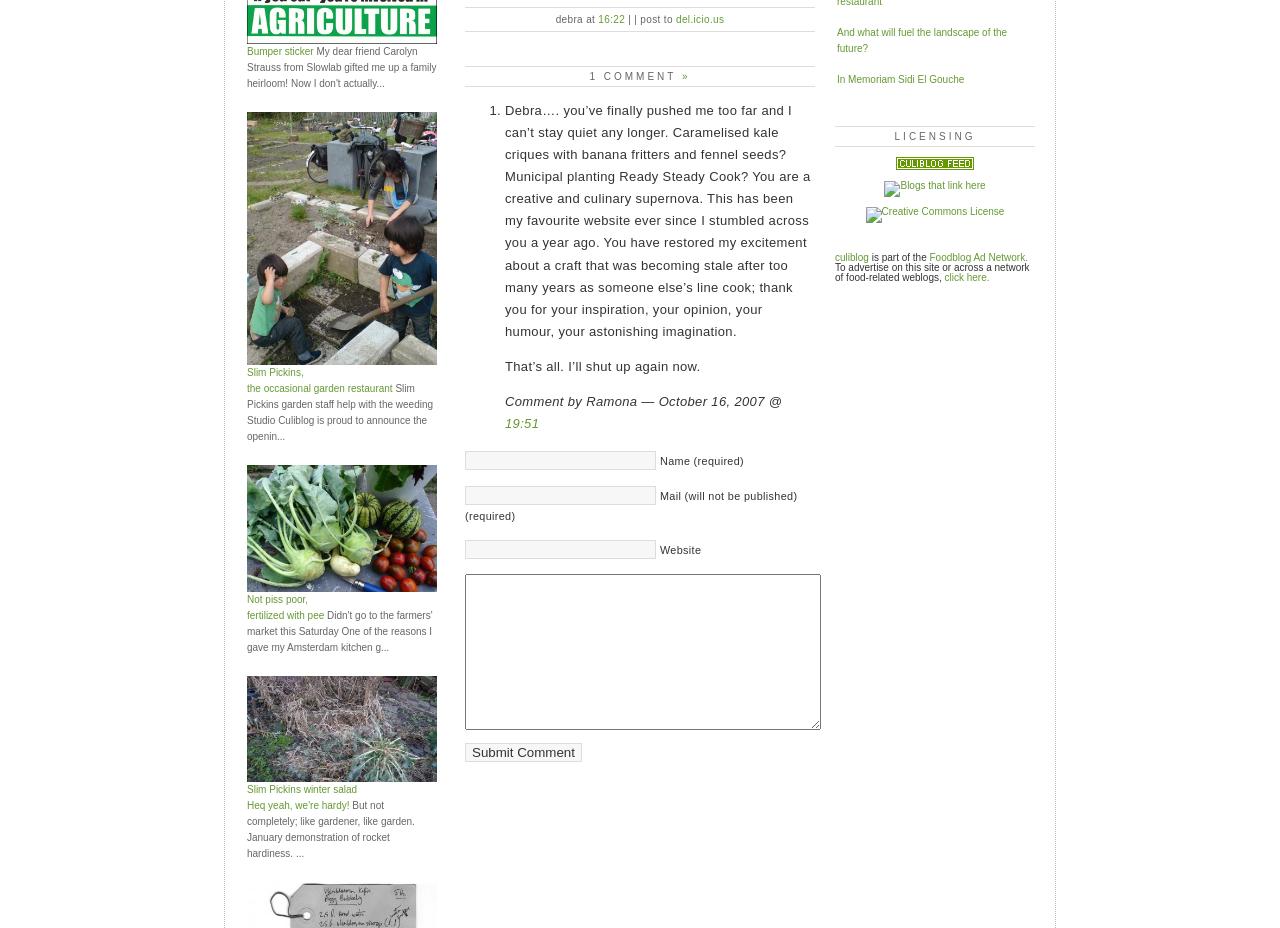 This screenshot has width=1280, height=928. I want to click on 'Mail (will not be published) (required)', so click(630, 505).